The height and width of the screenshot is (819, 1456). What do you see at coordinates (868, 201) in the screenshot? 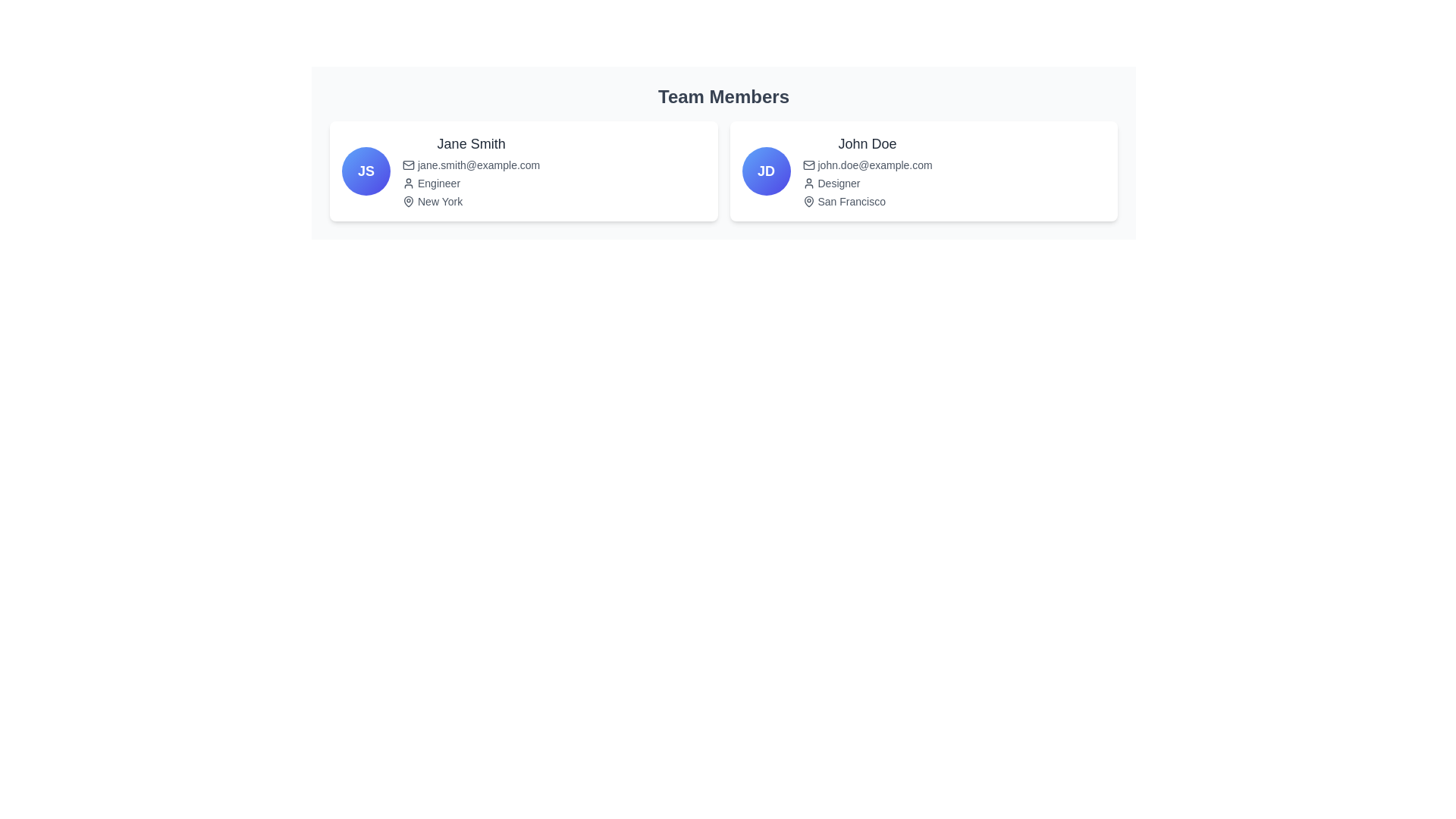
I see `the text element displaying 'San Francisco' with a pin icon, located beneath 'Designer' in John Doe's card` at bounding box center [868, 201].